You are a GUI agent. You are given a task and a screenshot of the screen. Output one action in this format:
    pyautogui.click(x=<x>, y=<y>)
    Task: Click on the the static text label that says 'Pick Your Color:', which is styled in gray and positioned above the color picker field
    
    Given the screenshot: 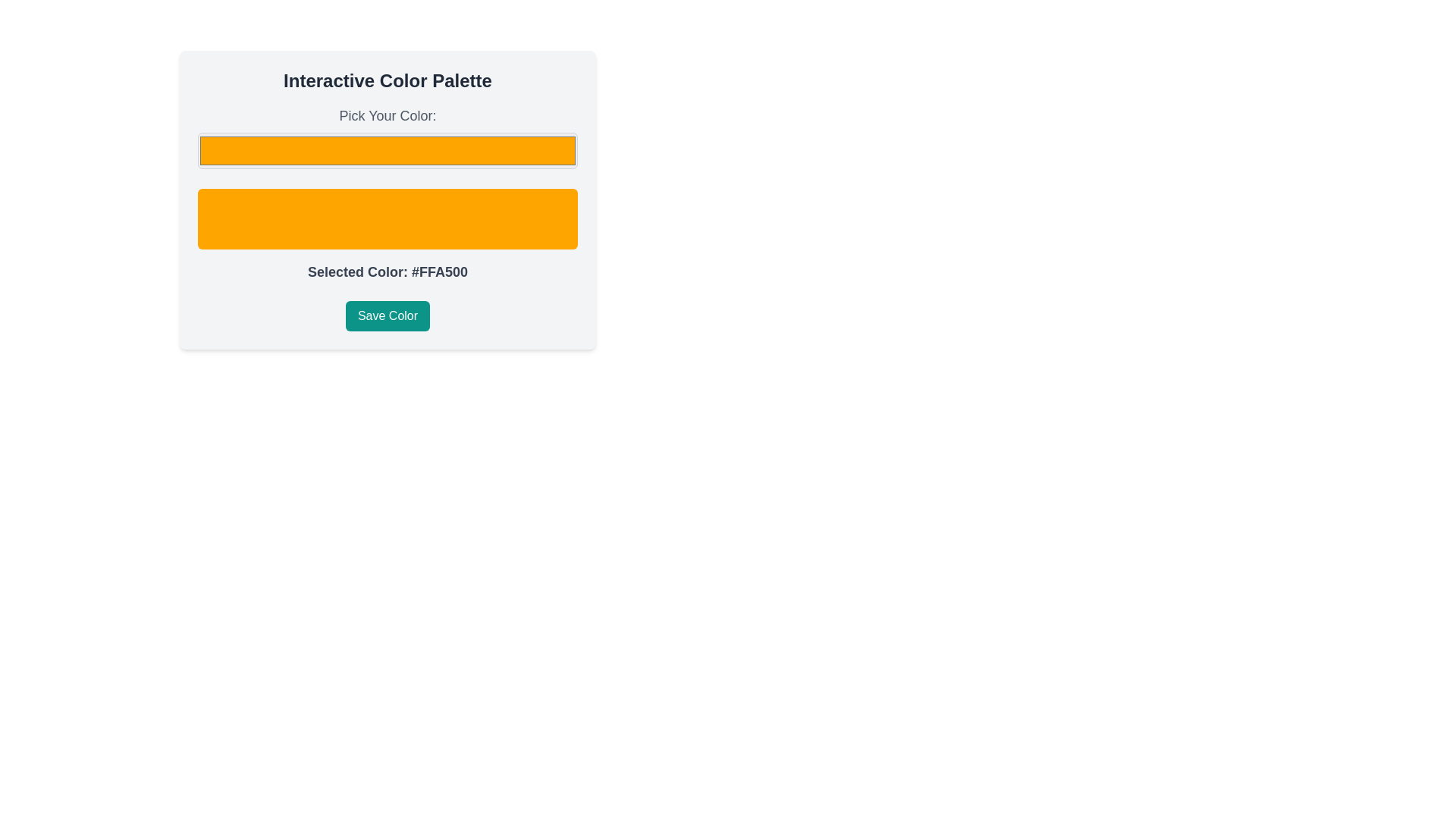 What is the action you would take?
    pyautogui.click(x=388, y=115)
    